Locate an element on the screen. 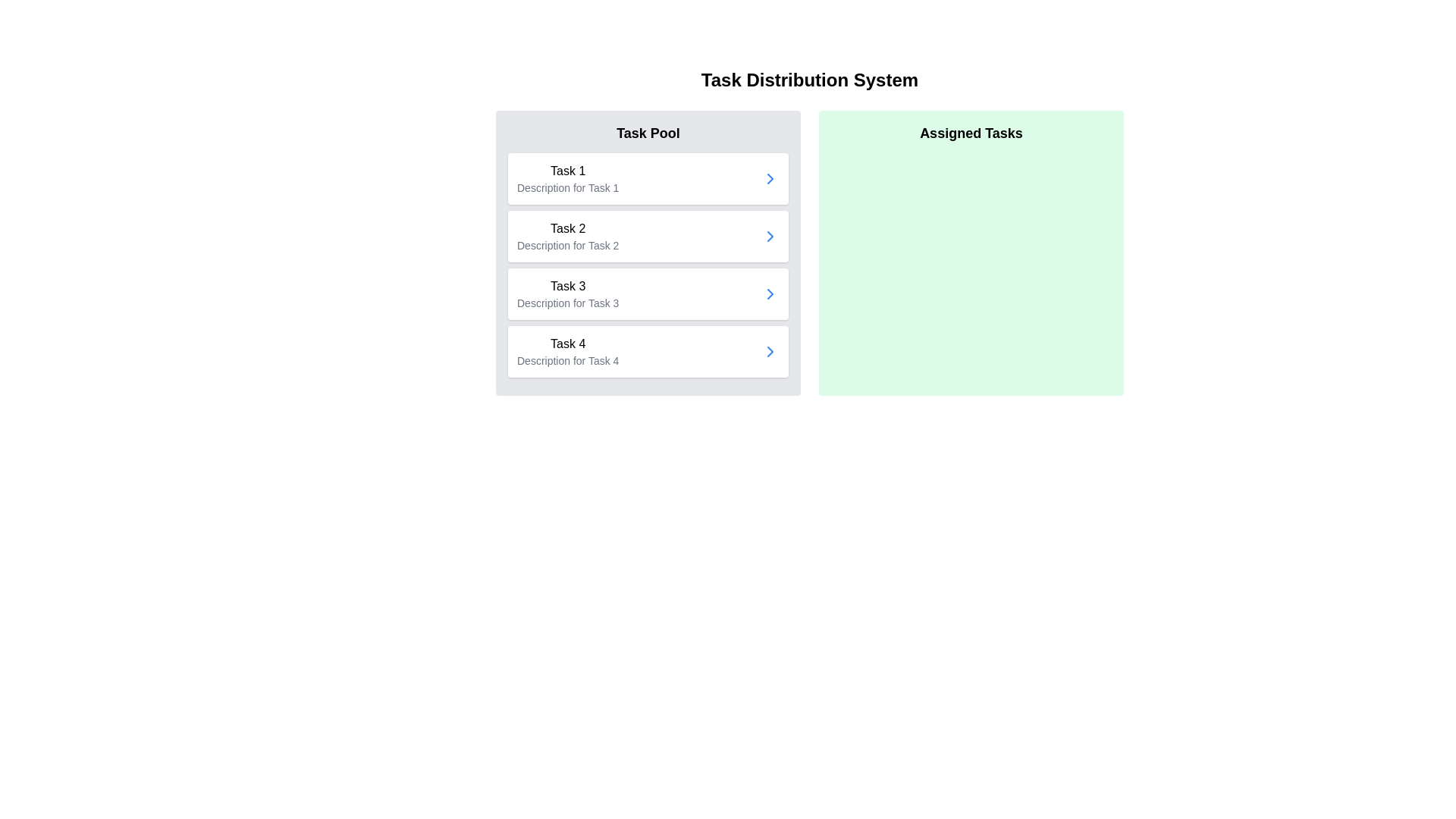 Image resolution: width=1456 pixels, height=819 pixels. text label that serves as the title of Task 3, located in the third task panel of the 'Task Pool' section, positioned above the description text 'Description for Task 3' is located at coordinates (567, 287).